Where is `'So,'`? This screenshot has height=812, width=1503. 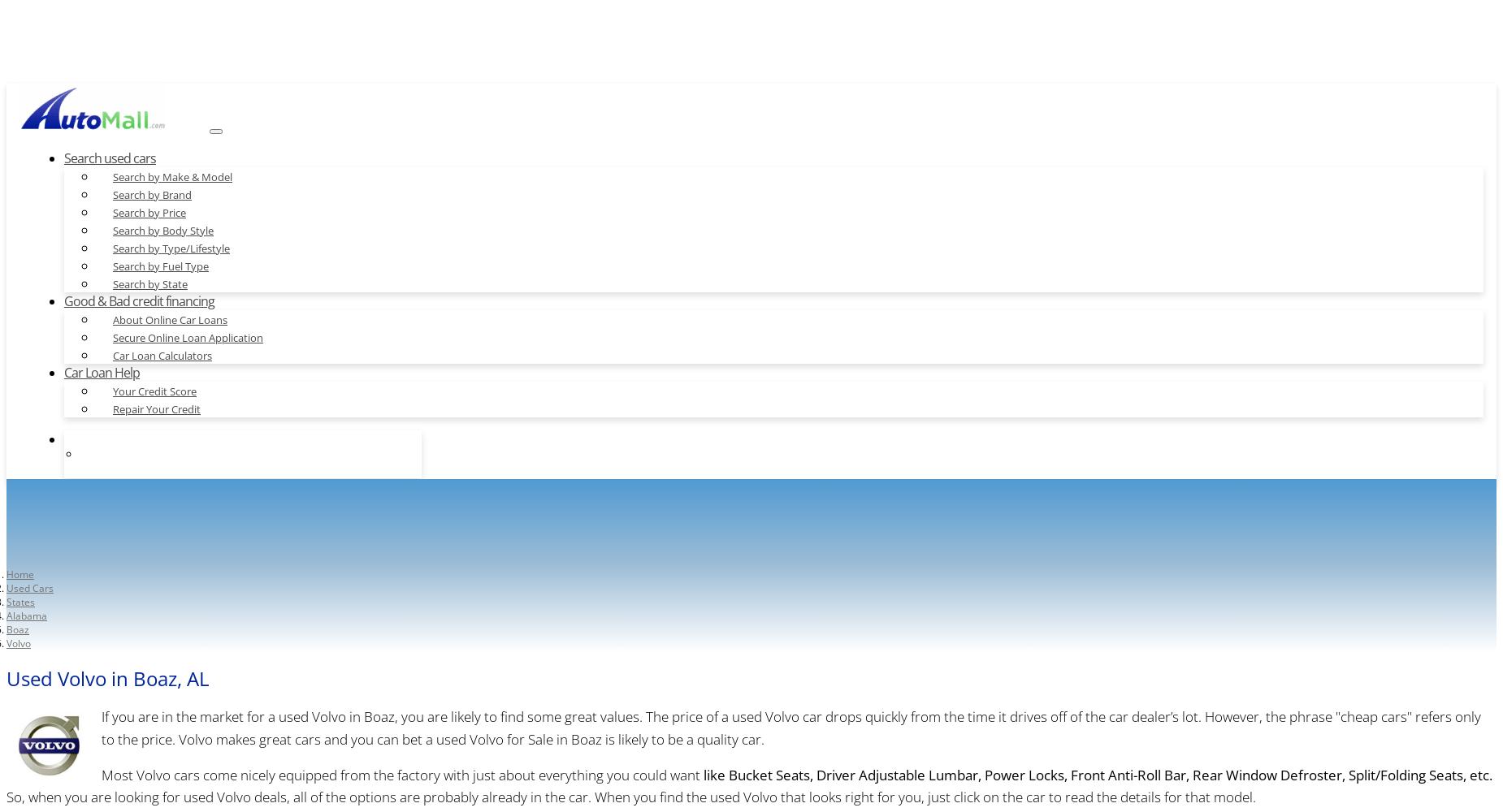
'So,' is located at coordinates (15, 796).